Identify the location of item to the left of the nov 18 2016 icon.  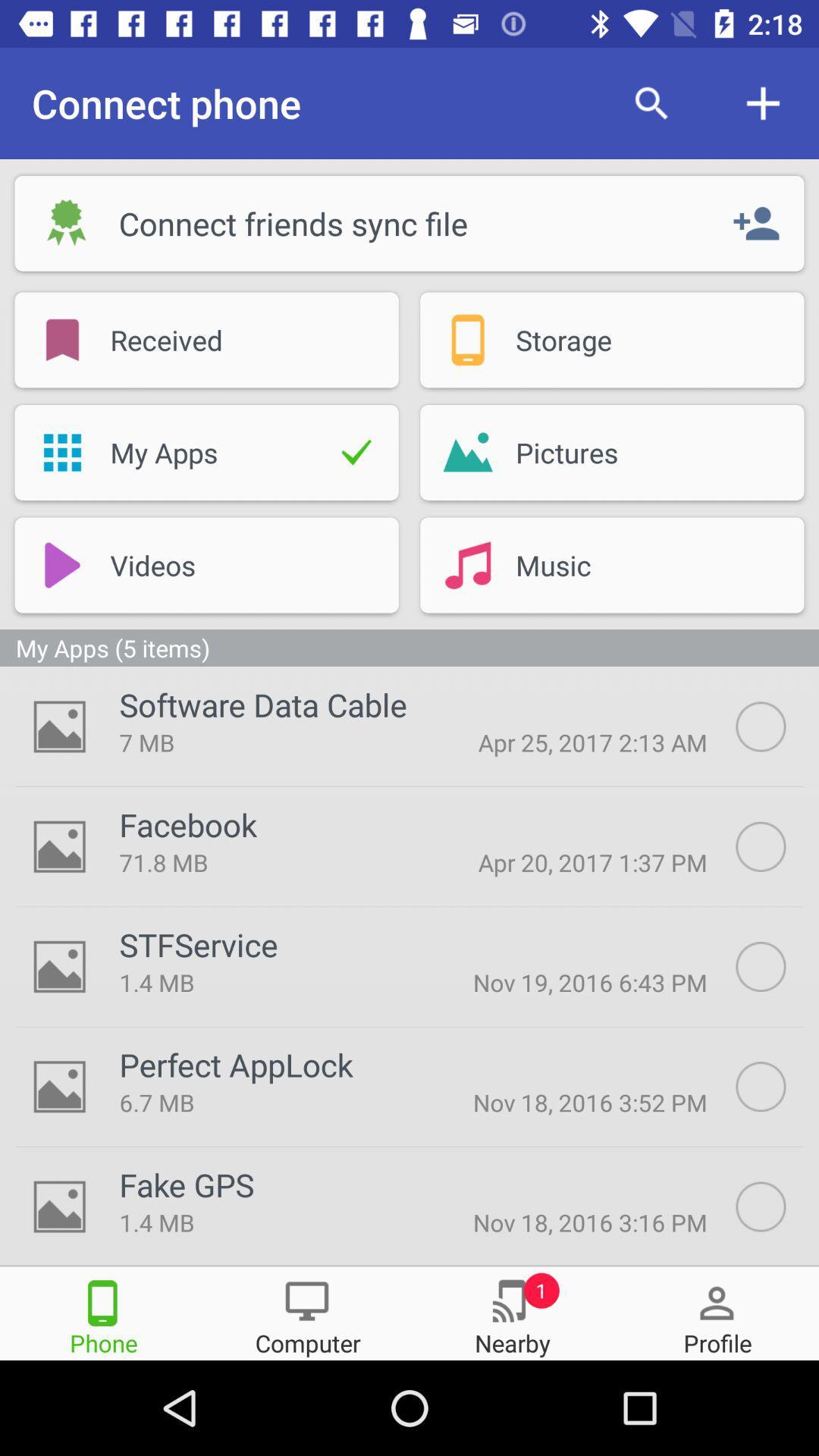
(265, 1102).